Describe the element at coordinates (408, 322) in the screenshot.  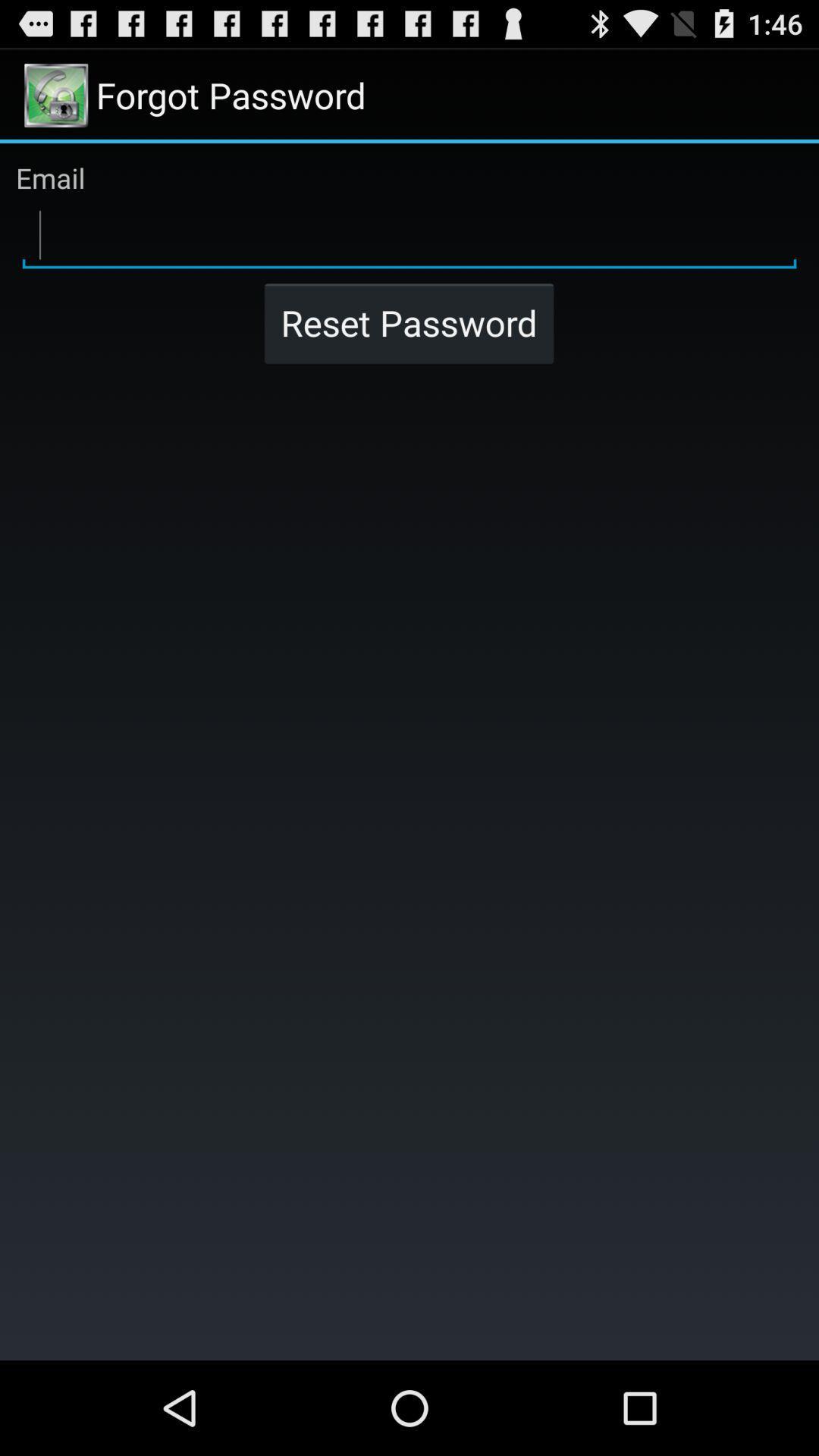
I see `the reset password` at that location.